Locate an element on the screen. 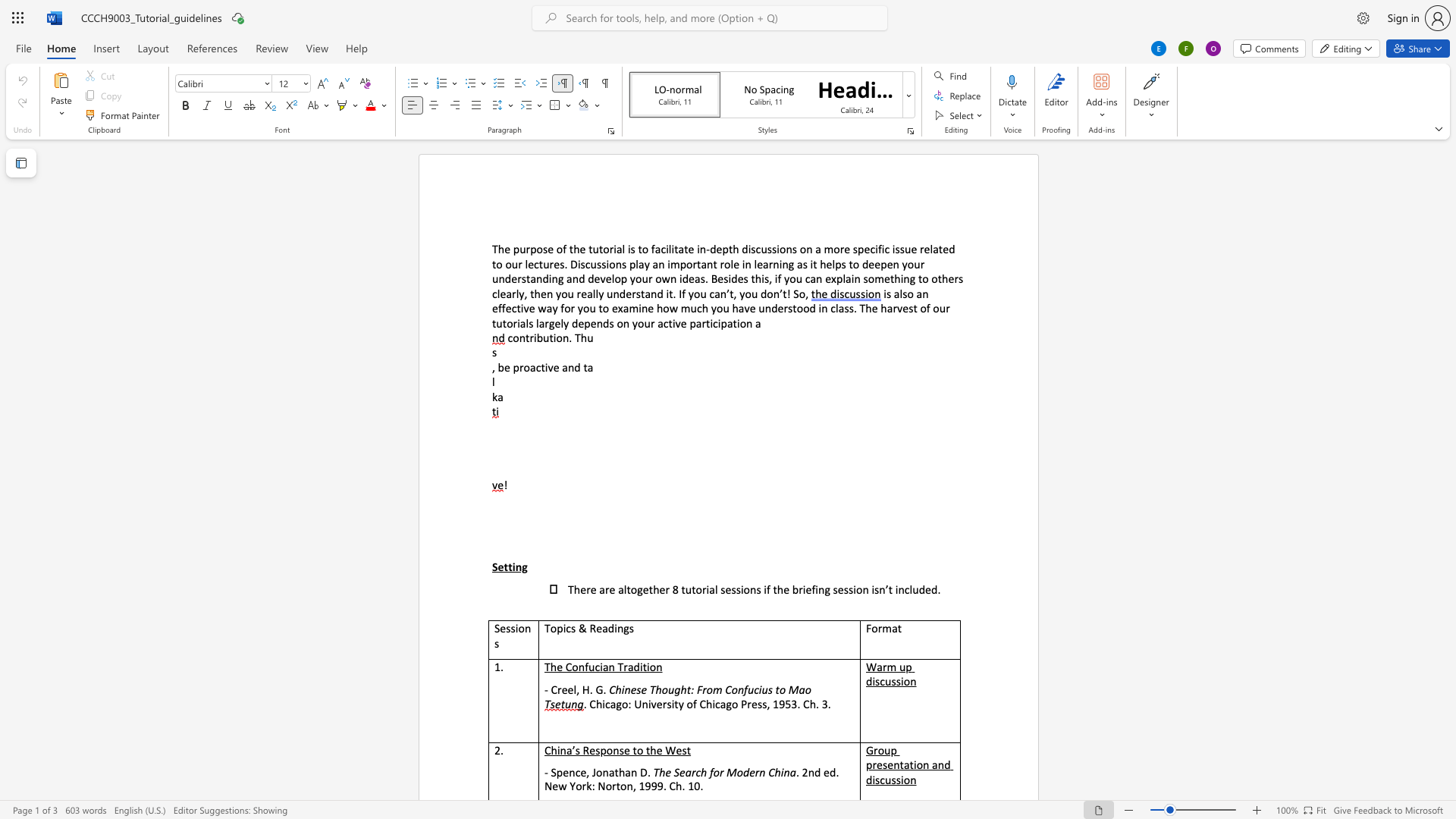  the space between the continuous character "v" and "e" in the text is located at coordinates (552, 367).